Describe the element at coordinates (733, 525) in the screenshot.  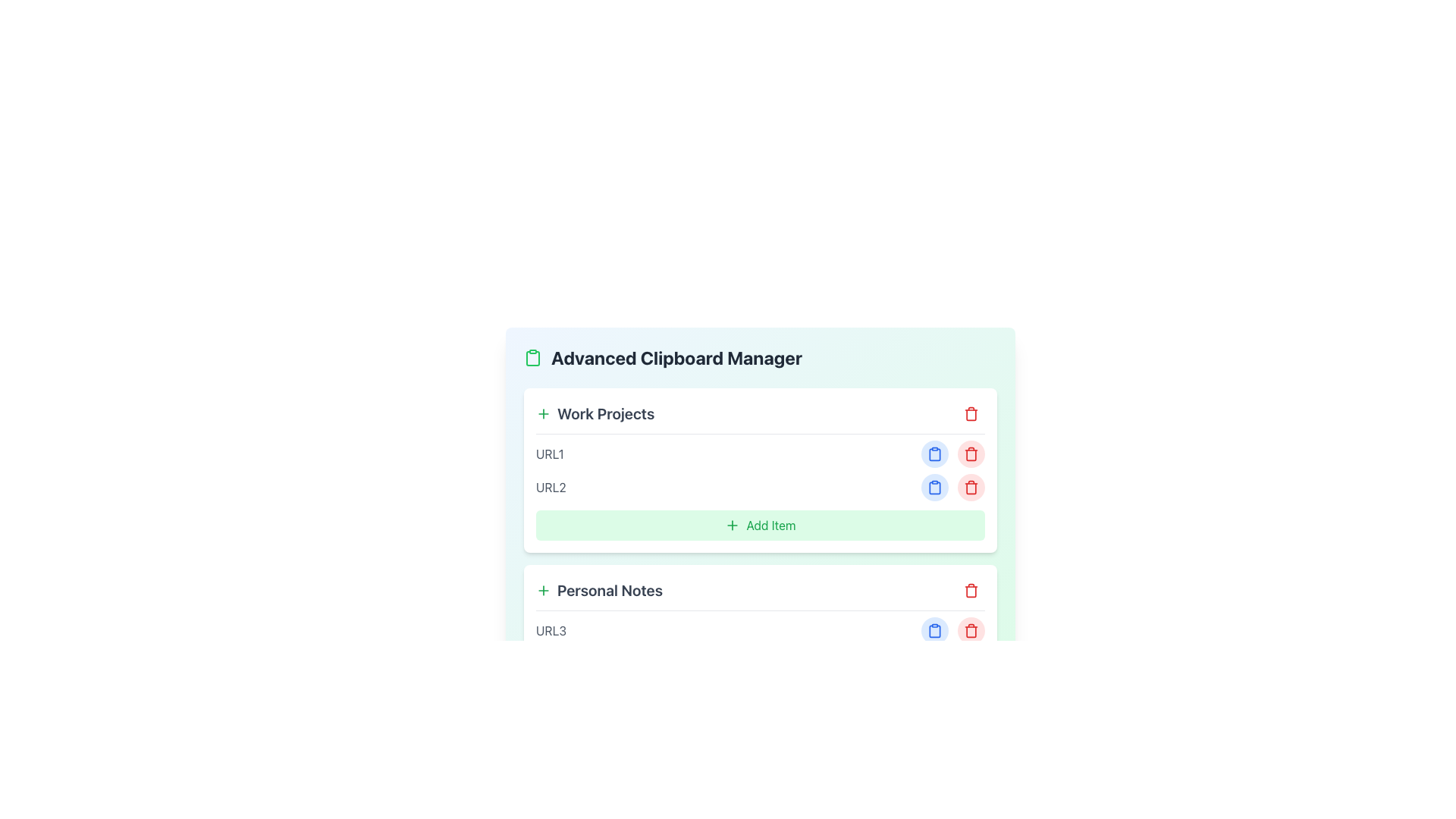
I see `the SVG Icon that visually enhances the 'Add Item' button located in the green background area under the 'Work Projects' section` at that location.